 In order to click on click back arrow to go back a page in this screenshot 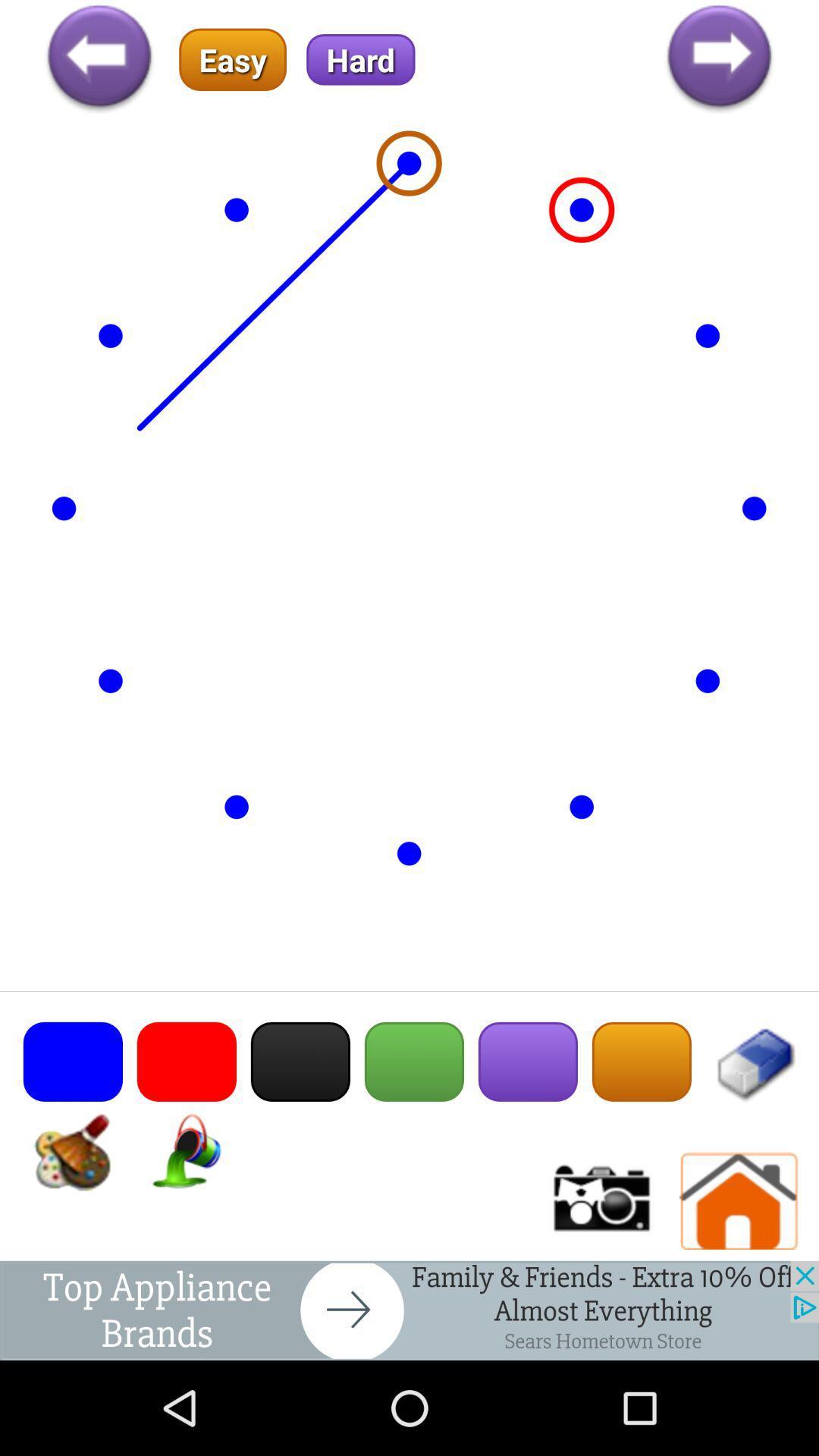, I will do `click(99, 59)`.